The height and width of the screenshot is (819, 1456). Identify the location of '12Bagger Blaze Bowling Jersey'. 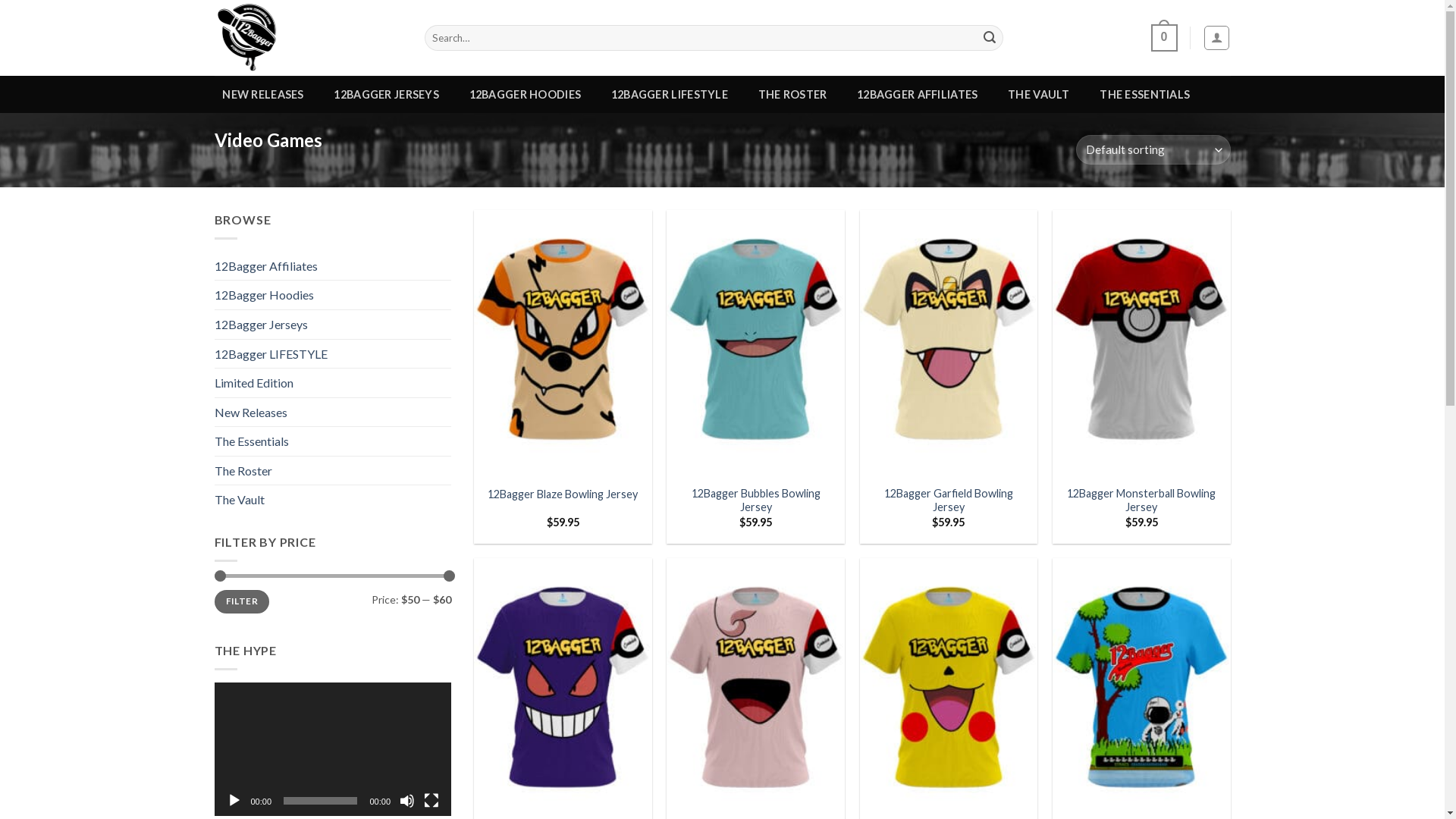
(562, 494).